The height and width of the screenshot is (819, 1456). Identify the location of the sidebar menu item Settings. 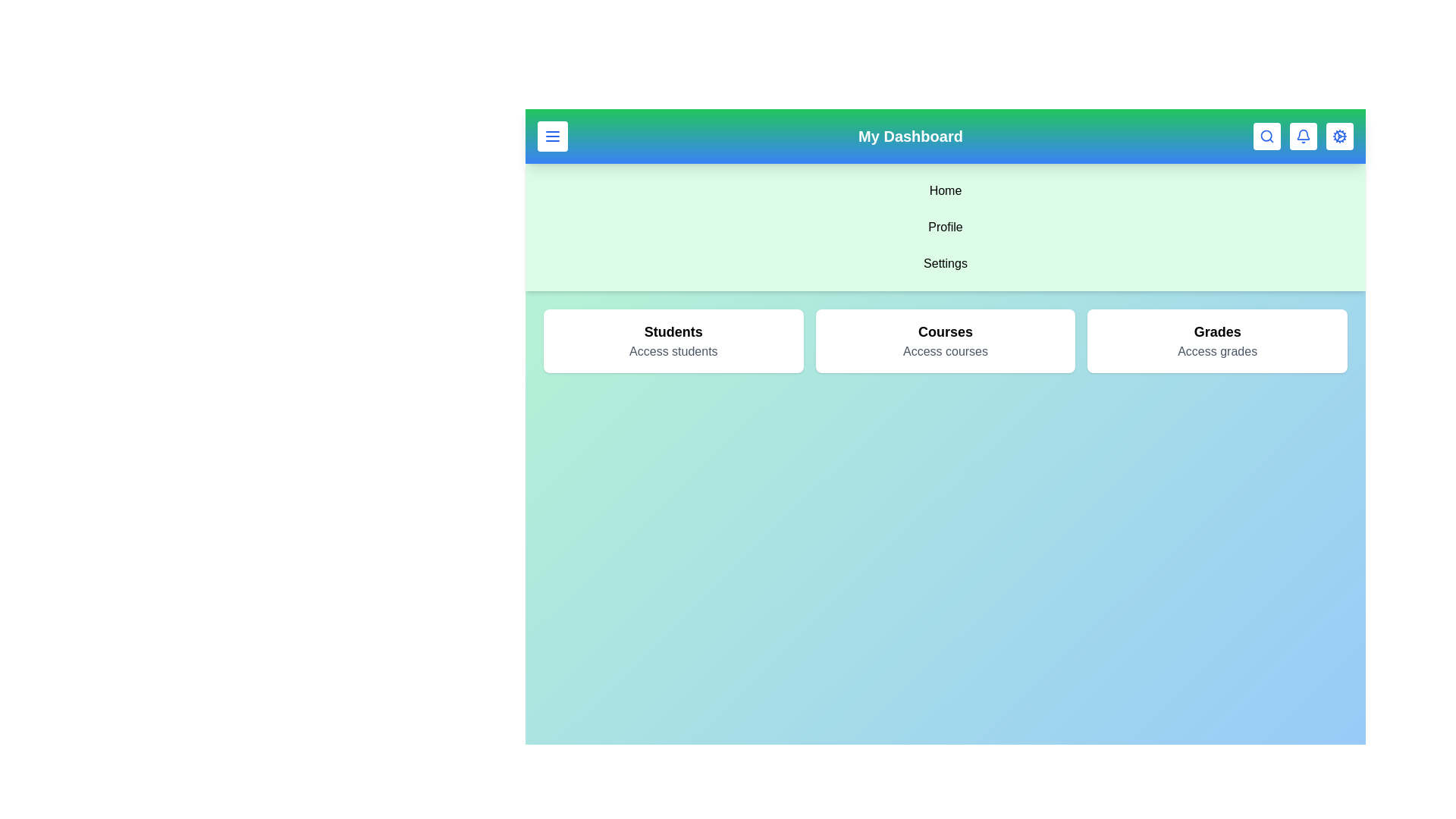
(945, 262).